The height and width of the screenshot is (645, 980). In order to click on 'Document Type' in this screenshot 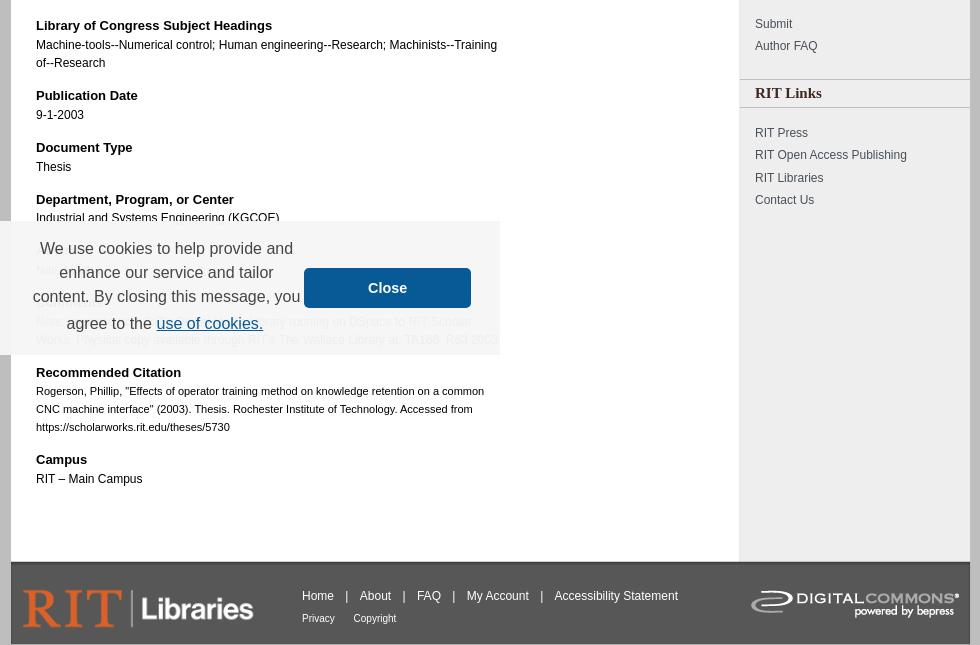, I will do `click(83, 145)`.